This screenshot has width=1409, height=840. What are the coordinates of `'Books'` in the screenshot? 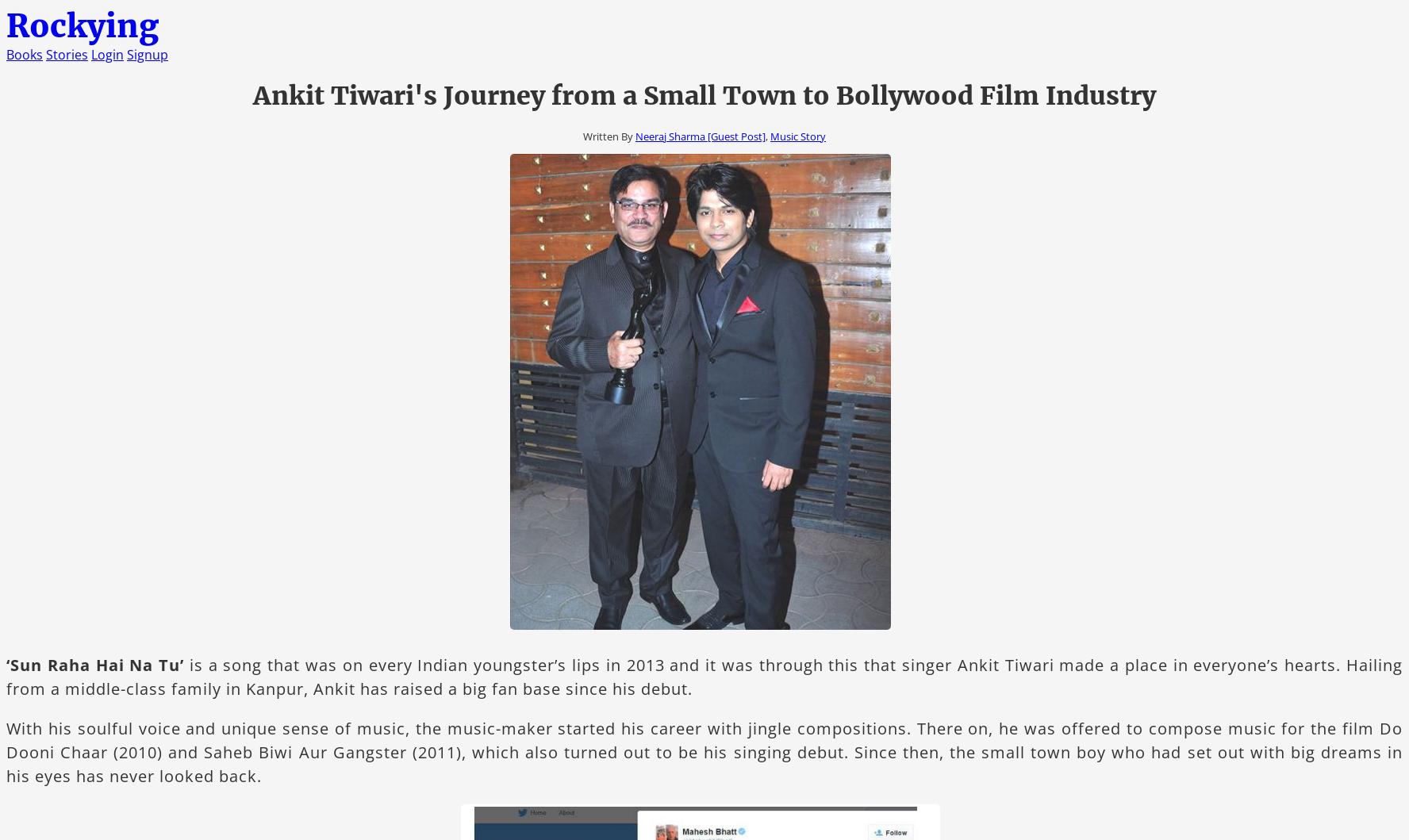 It's located at (24, 55).